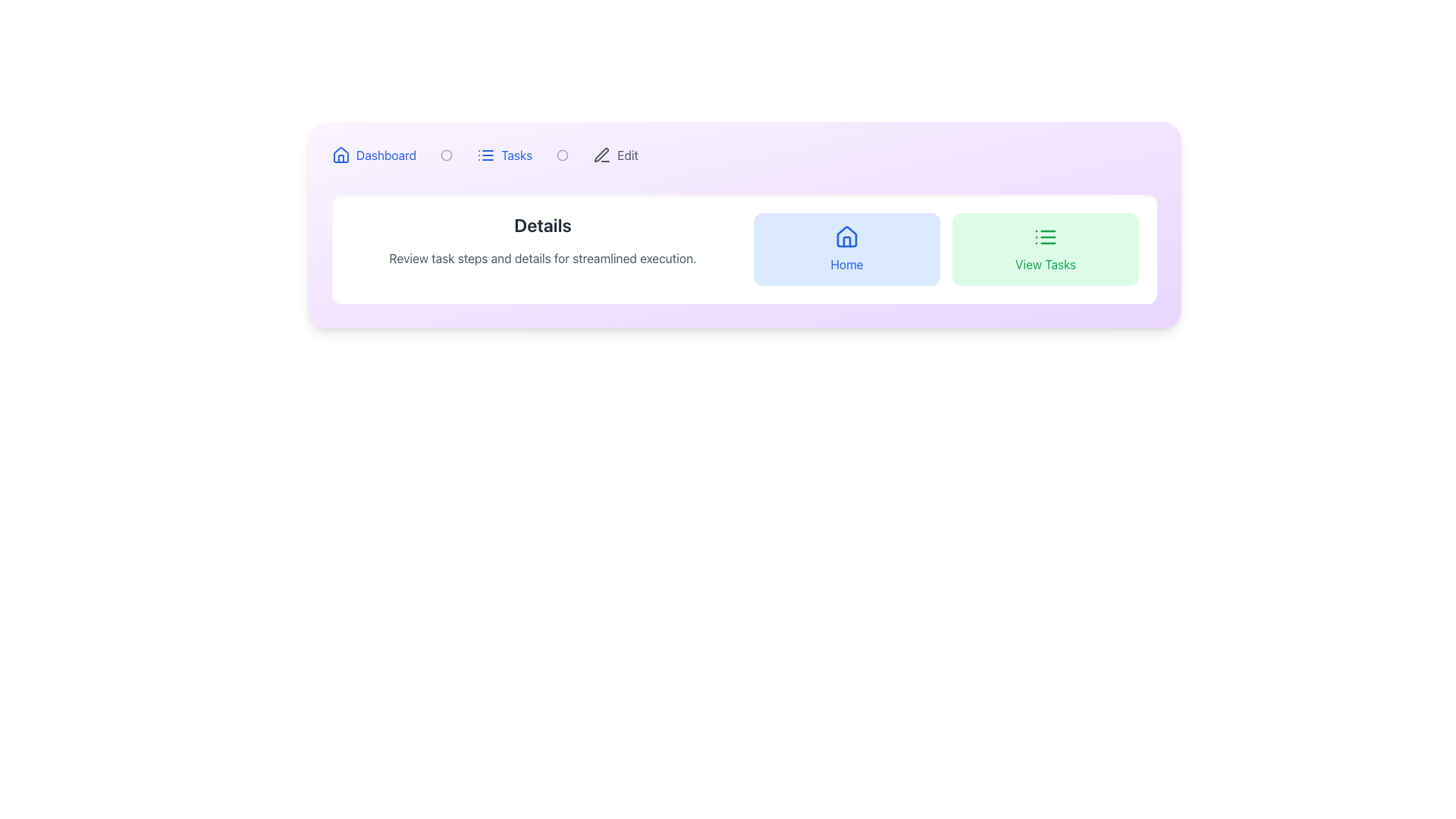 Image resolution: width=1456 pixels, height=819 pixels. Describe the element at coordinates (1044, 263) in the screenshot. I see `the 'Viewing Tasks' text label, which is located in the lower portion of a rounded box on the right side of the main interface` at that location.